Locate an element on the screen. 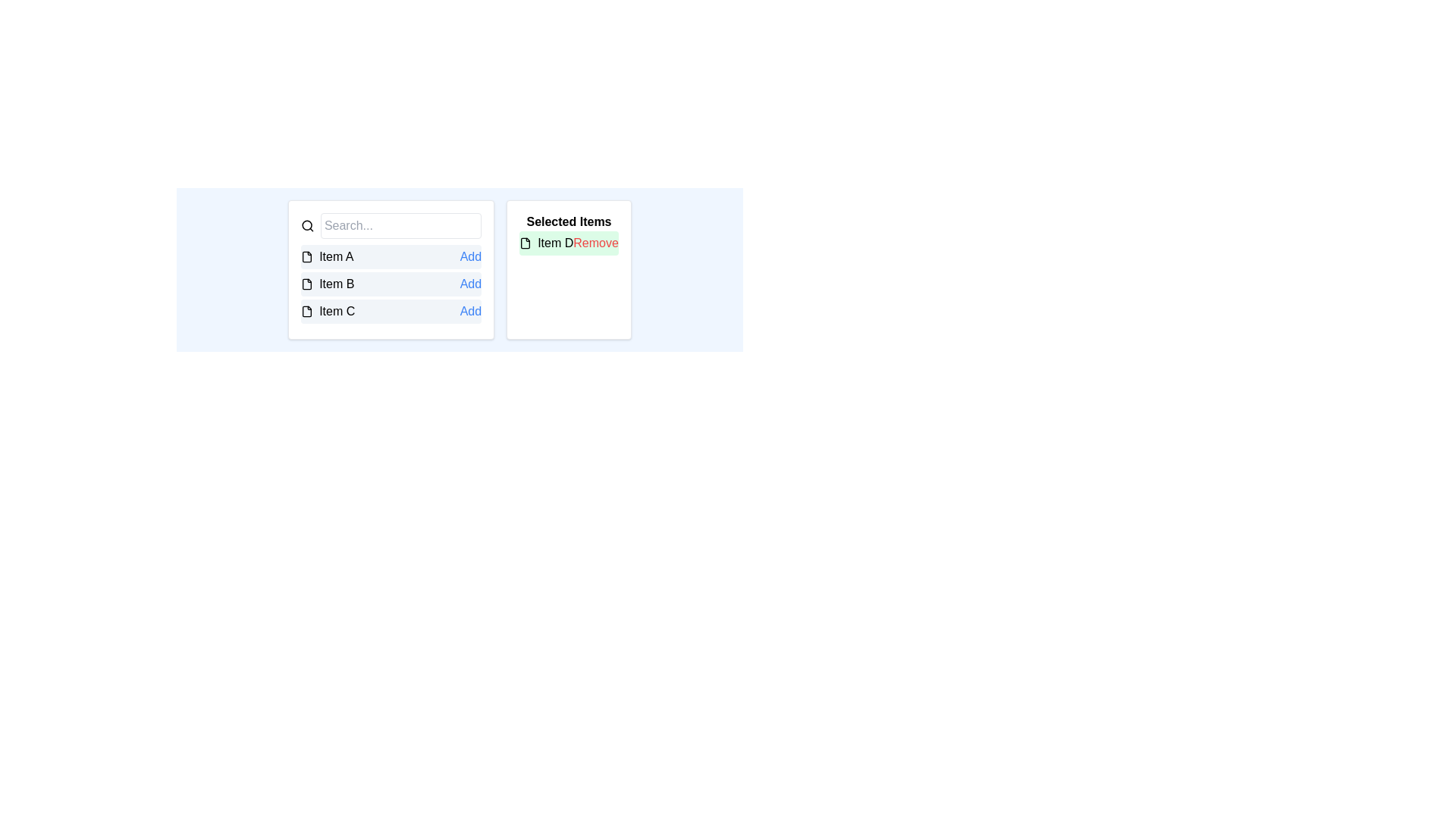  the file-type icon in the first column of the row labeled 'Item A', located to the left of the text 'Item A' is located at coordinates (306, 256).